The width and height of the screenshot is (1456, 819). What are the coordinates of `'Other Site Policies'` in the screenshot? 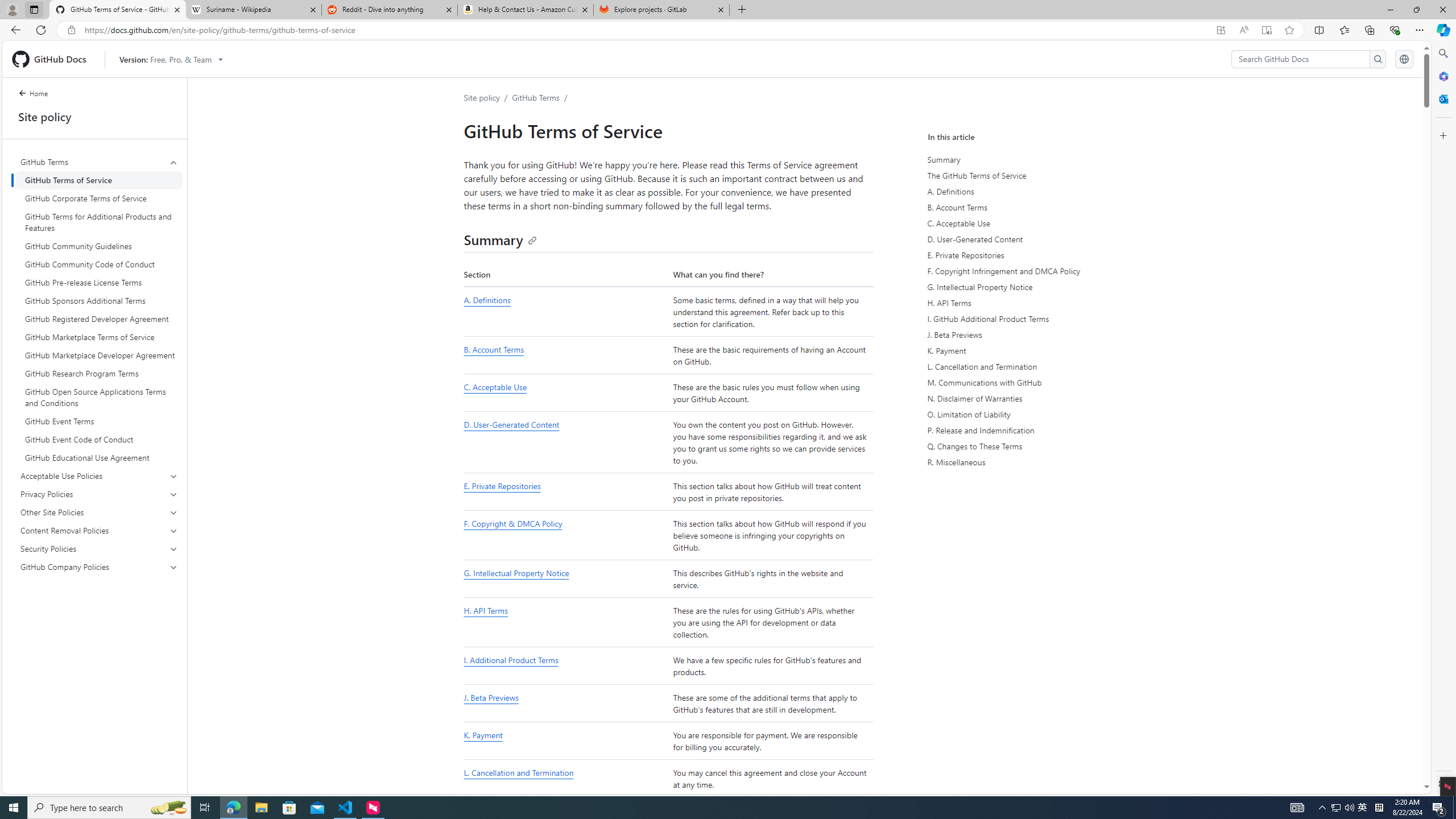 It's located at (100, 512).